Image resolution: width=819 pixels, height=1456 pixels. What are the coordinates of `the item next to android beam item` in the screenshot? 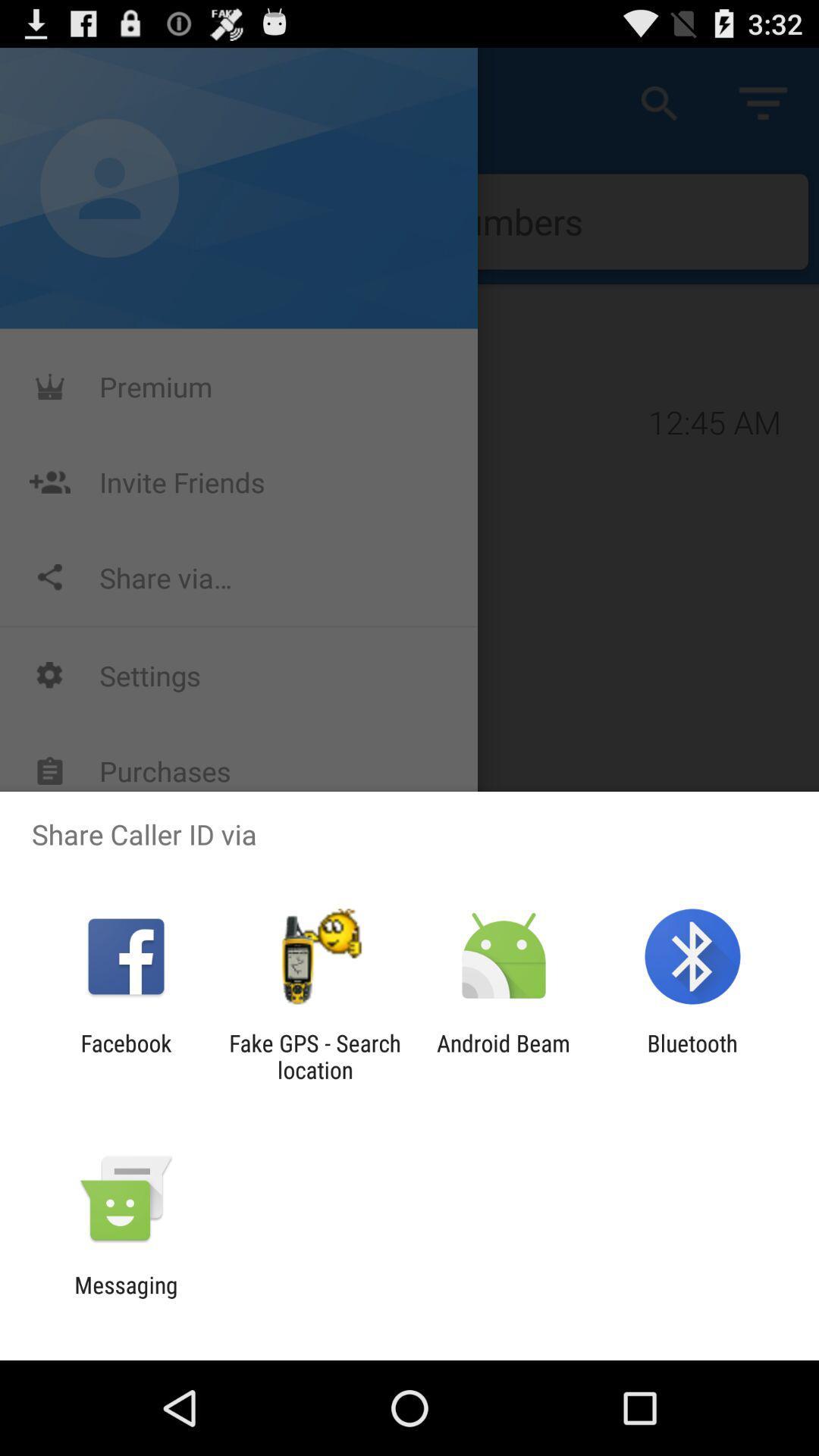 It's located at (692, 1056).